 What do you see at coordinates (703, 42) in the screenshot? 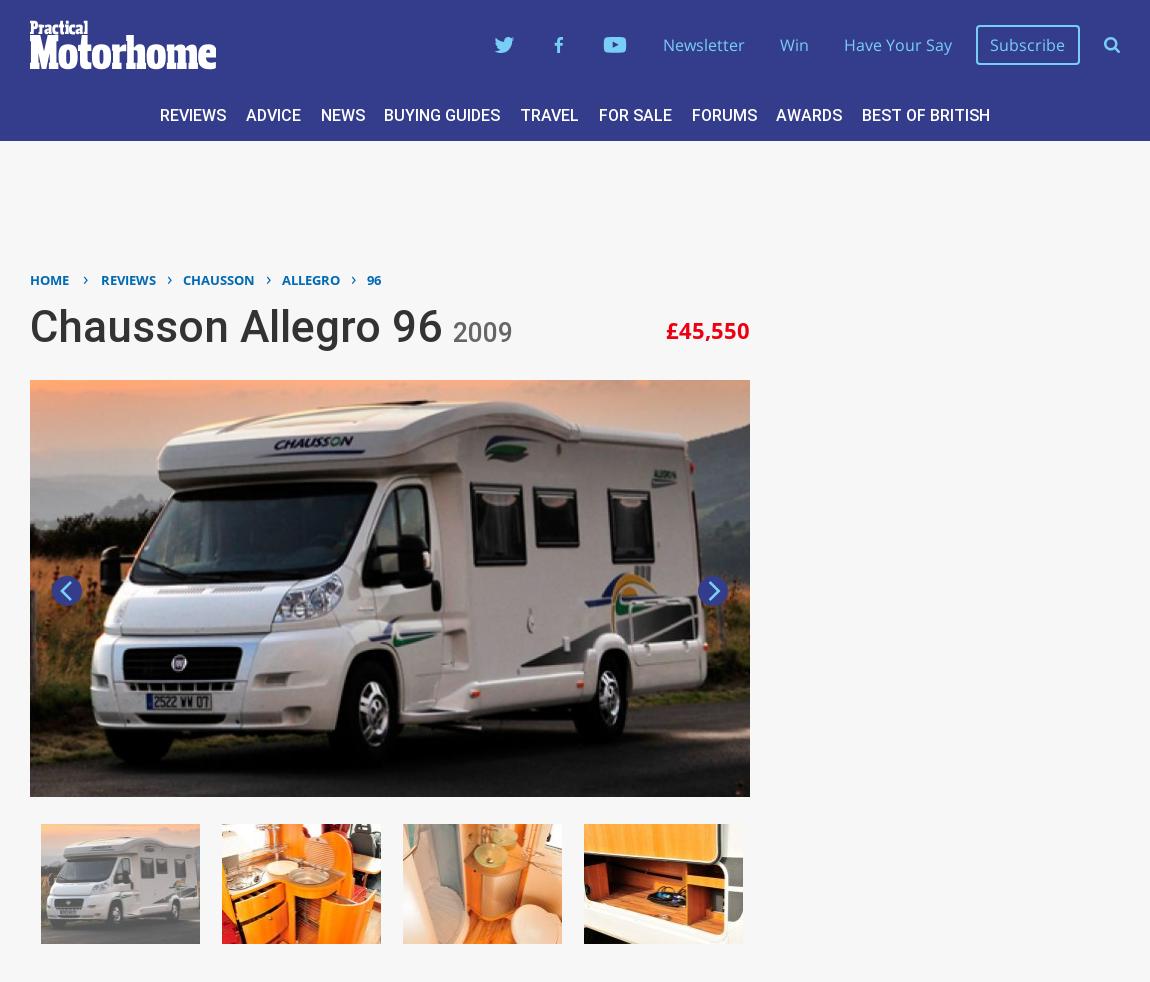
I see `'Newsletter'` at bounding box center [703, 42].